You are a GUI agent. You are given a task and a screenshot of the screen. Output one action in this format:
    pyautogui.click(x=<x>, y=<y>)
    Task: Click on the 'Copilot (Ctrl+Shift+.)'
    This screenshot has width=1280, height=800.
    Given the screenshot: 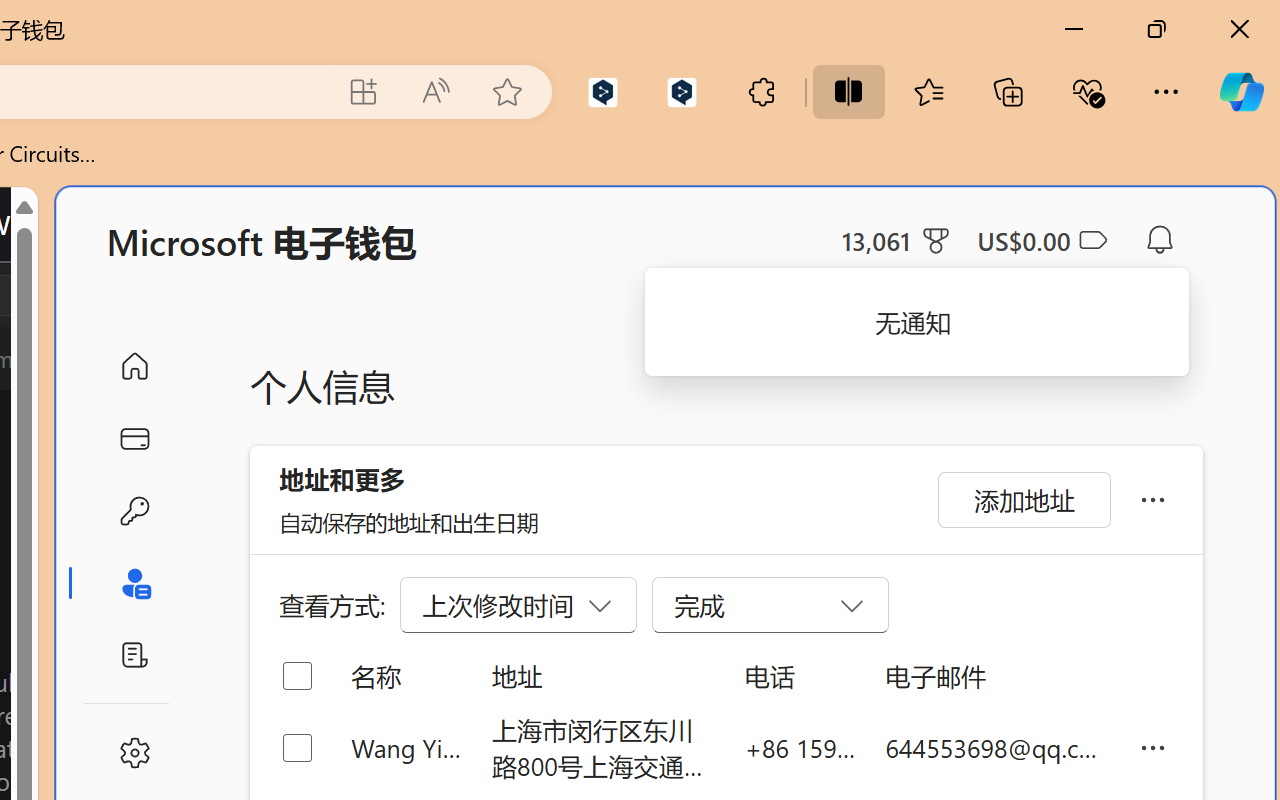 What is the action you would take?
    pyautogui.click(x=1240, y=91)
    